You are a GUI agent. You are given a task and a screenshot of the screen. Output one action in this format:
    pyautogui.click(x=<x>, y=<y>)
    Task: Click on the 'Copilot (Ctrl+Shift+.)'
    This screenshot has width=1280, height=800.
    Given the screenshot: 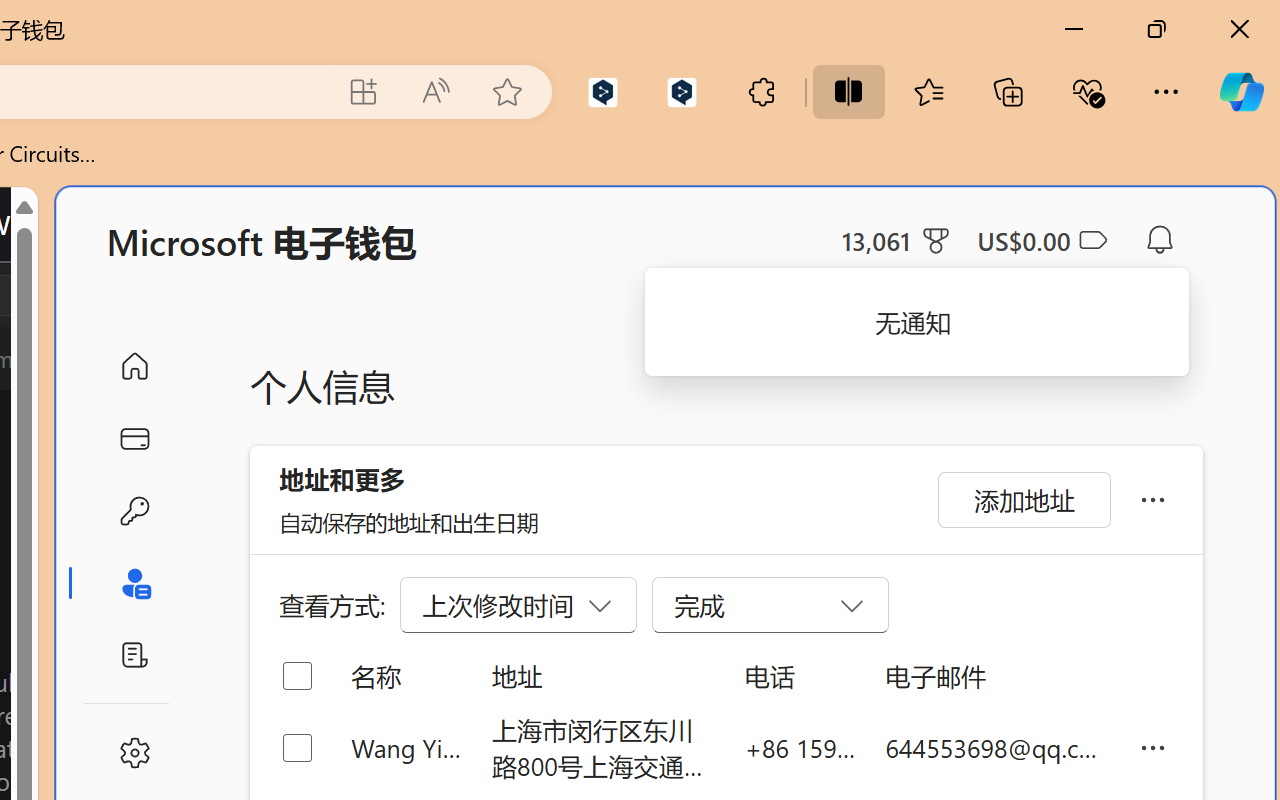 What is the action you would take?
    pyautogui.click(x=1240, y=91)
    